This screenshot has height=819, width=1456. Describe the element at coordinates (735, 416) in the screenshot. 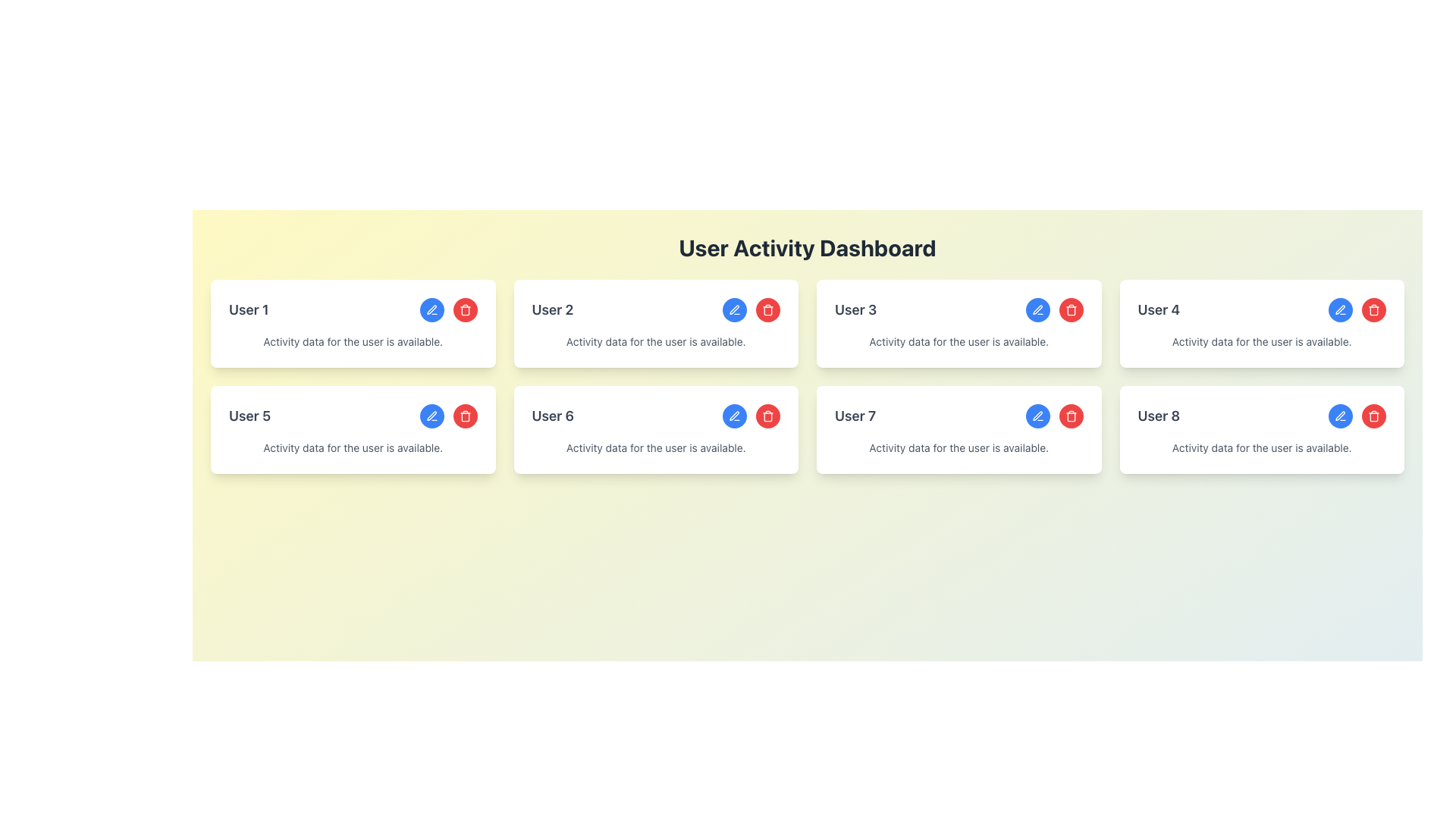

I see `the button located at the top-right corner of the card labeled 'User 6' in the second row, second column` at that location.